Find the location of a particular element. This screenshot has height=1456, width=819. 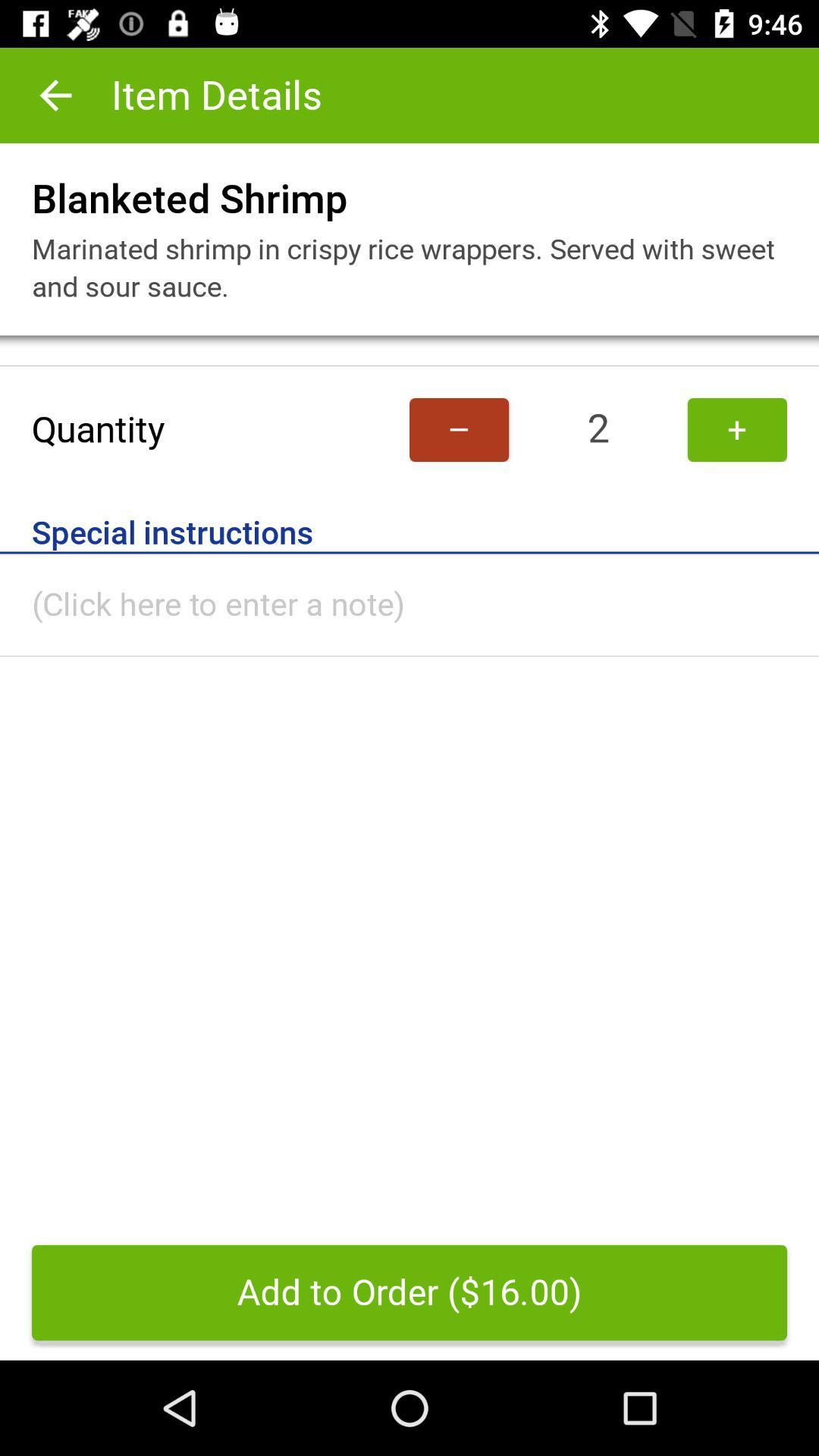

item to the left of item details icon is located at coordinates (55, 94).